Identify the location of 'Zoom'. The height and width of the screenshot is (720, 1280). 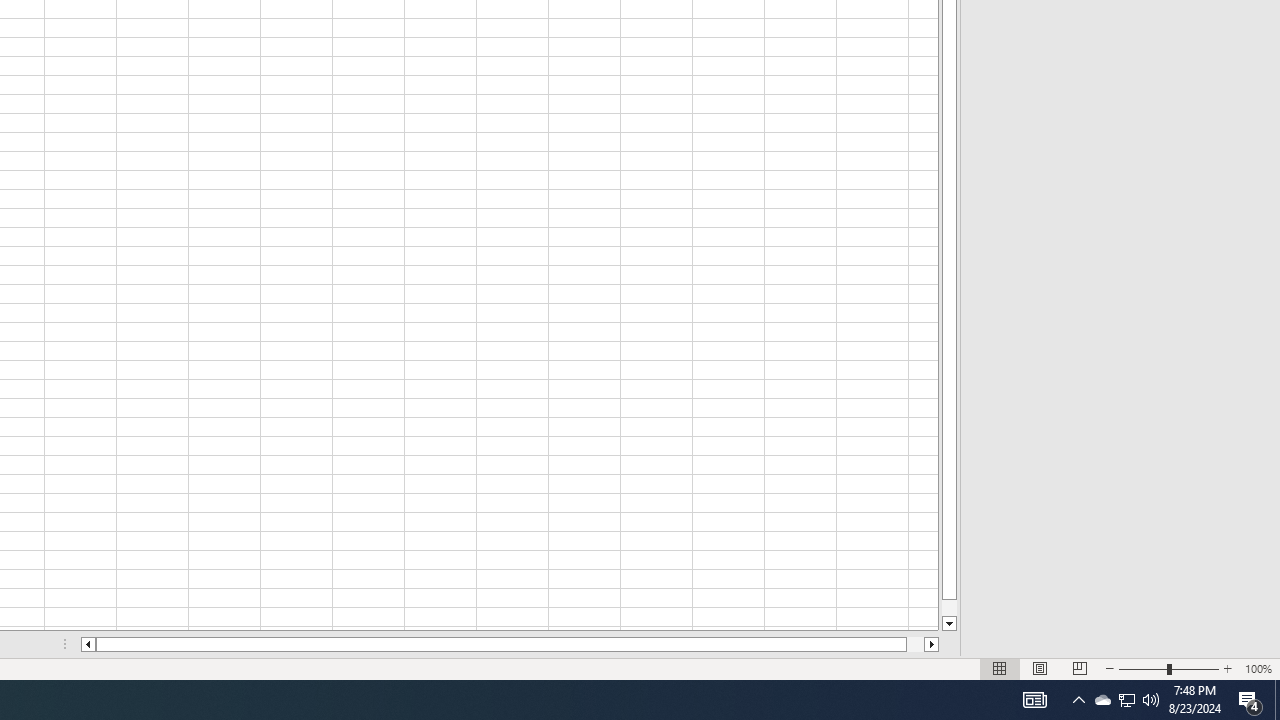
(1168, 669).